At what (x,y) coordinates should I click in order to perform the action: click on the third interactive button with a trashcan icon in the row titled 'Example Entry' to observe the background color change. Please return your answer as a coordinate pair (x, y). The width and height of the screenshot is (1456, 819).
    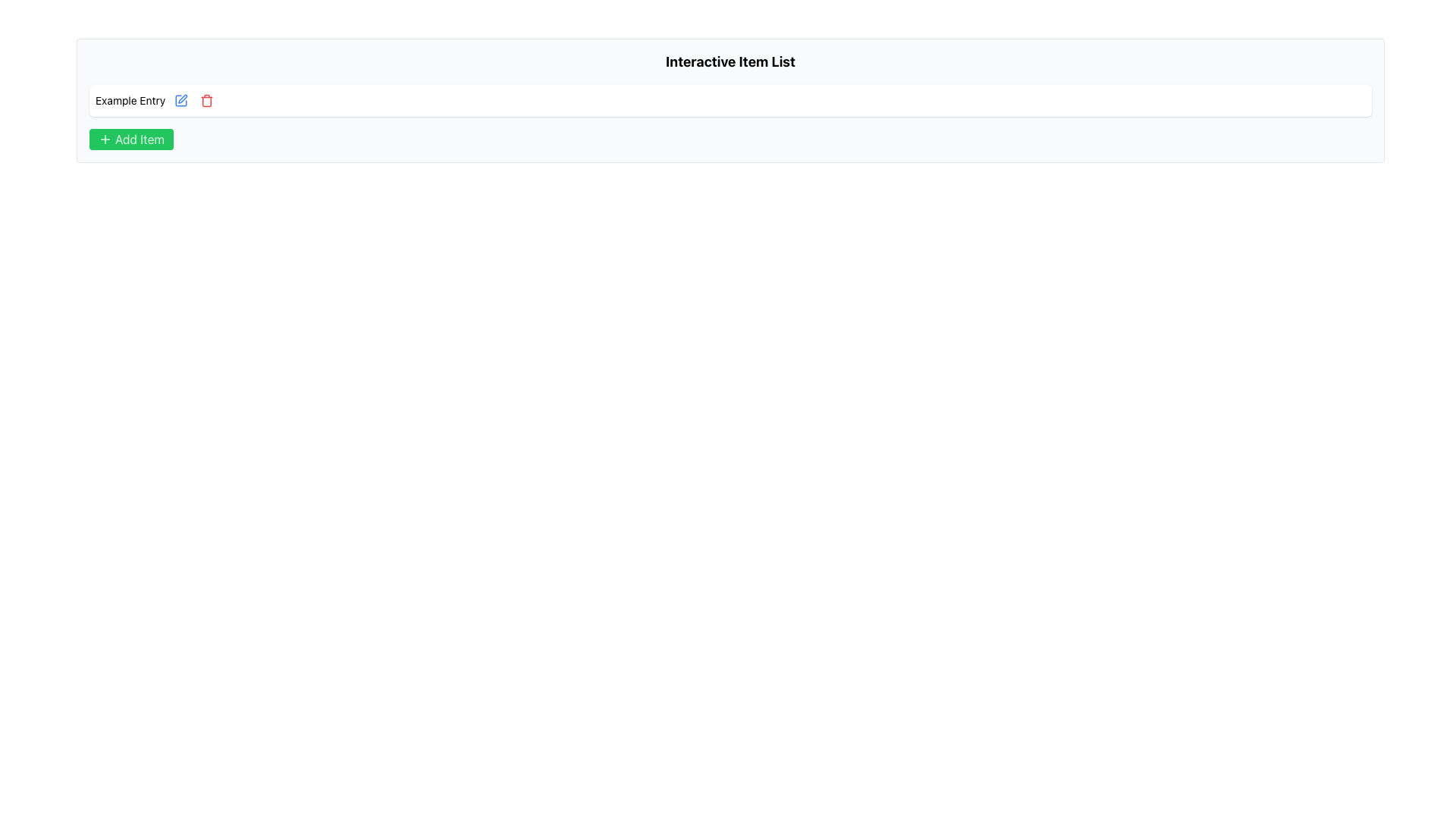
    Looking at the image, I should click on (206, 100).